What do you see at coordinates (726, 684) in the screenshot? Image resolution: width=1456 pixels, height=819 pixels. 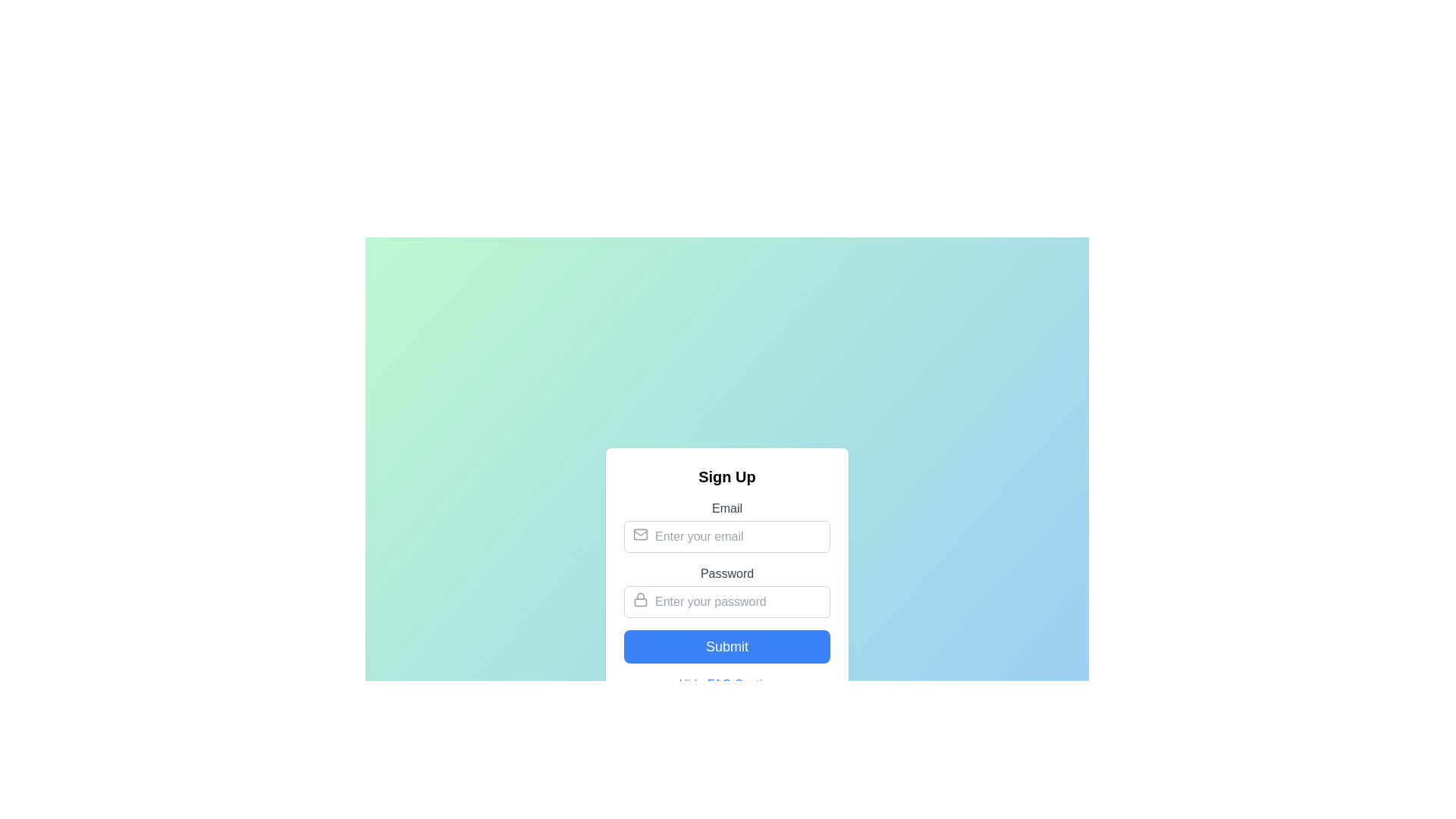 I see `the hyperlink text that toggles the FAQ section visibility, located at the bottom of the 'Sign Up' card, just below the 'Submit' button` at bounding box center [726, 684].